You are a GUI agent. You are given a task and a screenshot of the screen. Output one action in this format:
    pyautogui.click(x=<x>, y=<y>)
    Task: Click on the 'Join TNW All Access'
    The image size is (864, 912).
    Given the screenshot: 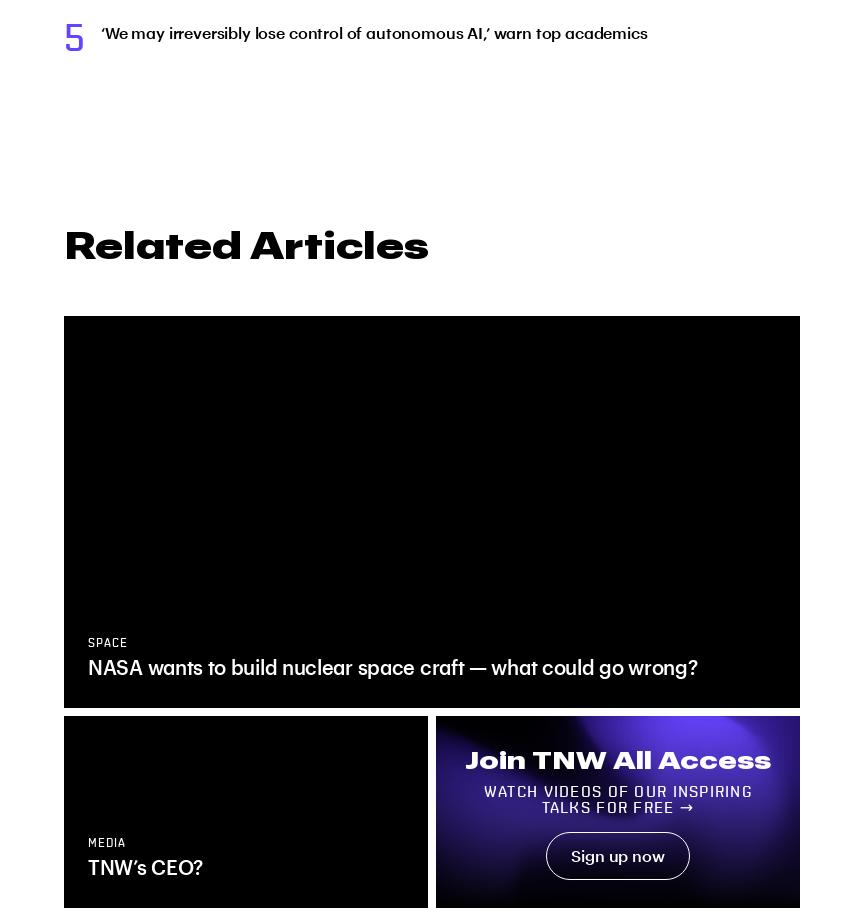 What is the action you would take?
    pyautogui.click(x=617, y=757)
    